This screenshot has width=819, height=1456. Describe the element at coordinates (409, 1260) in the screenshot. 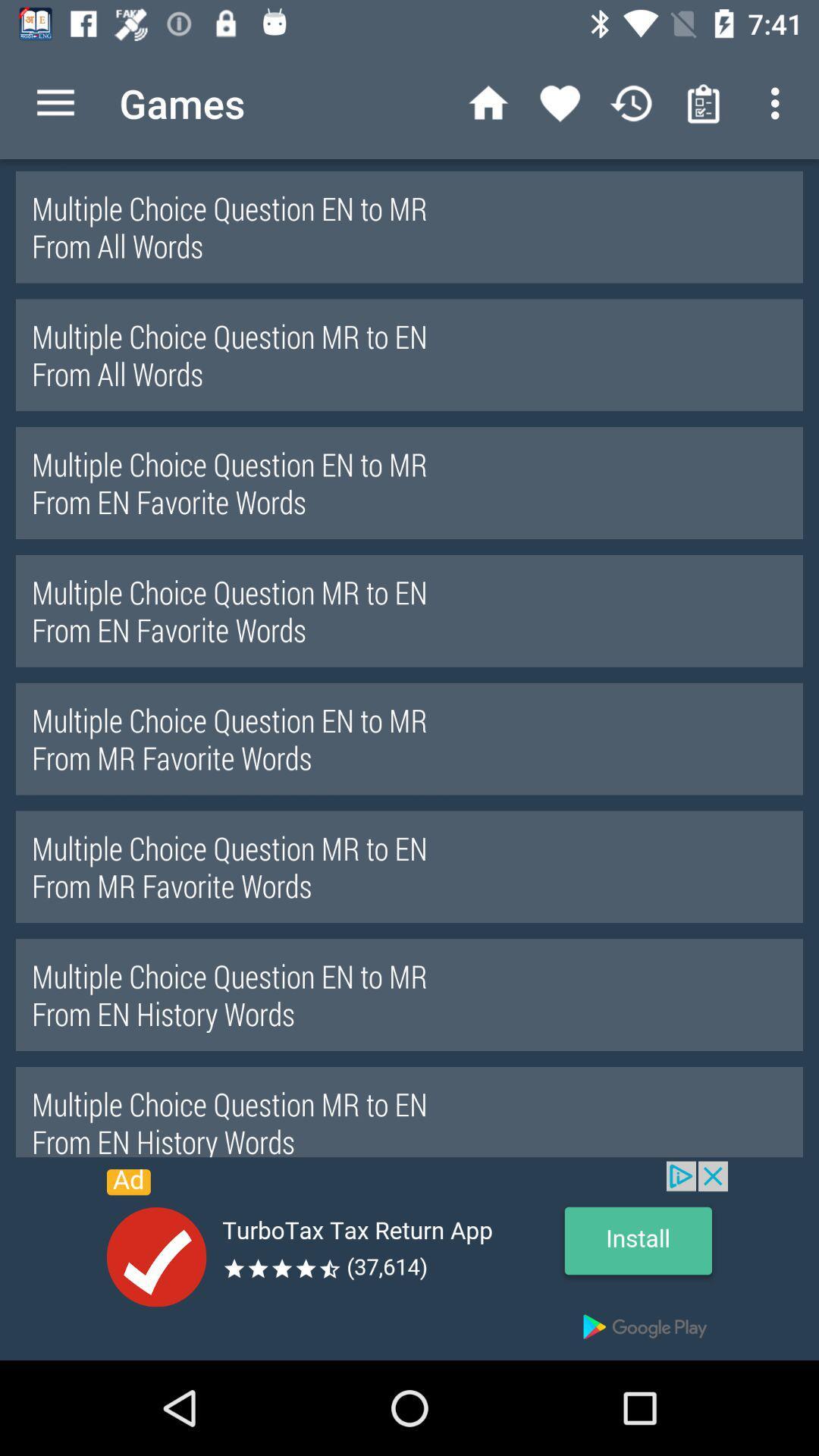

I see `interact with advertisement` at that location.